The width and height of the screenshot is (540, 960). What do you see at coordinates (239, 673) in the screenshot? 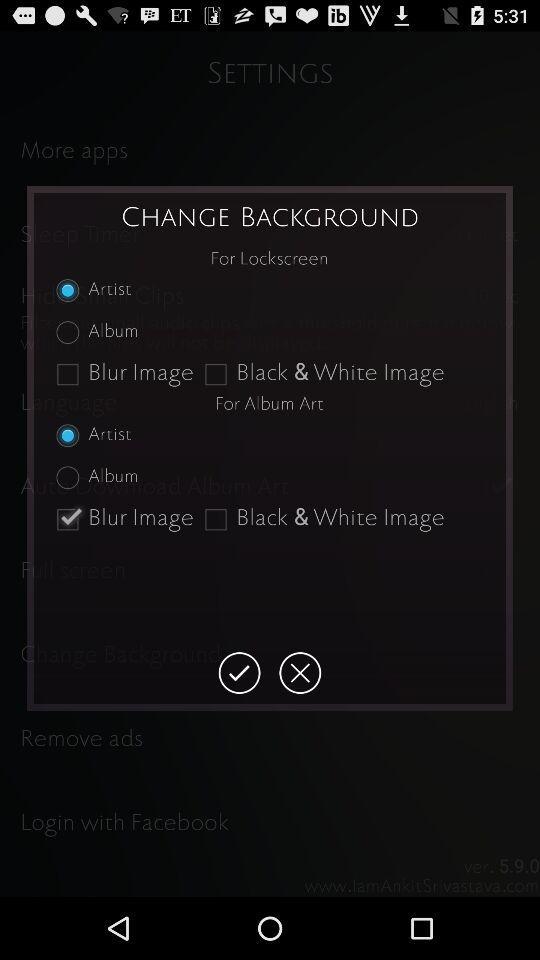
I see `search button` at bounding box center [239, 673].